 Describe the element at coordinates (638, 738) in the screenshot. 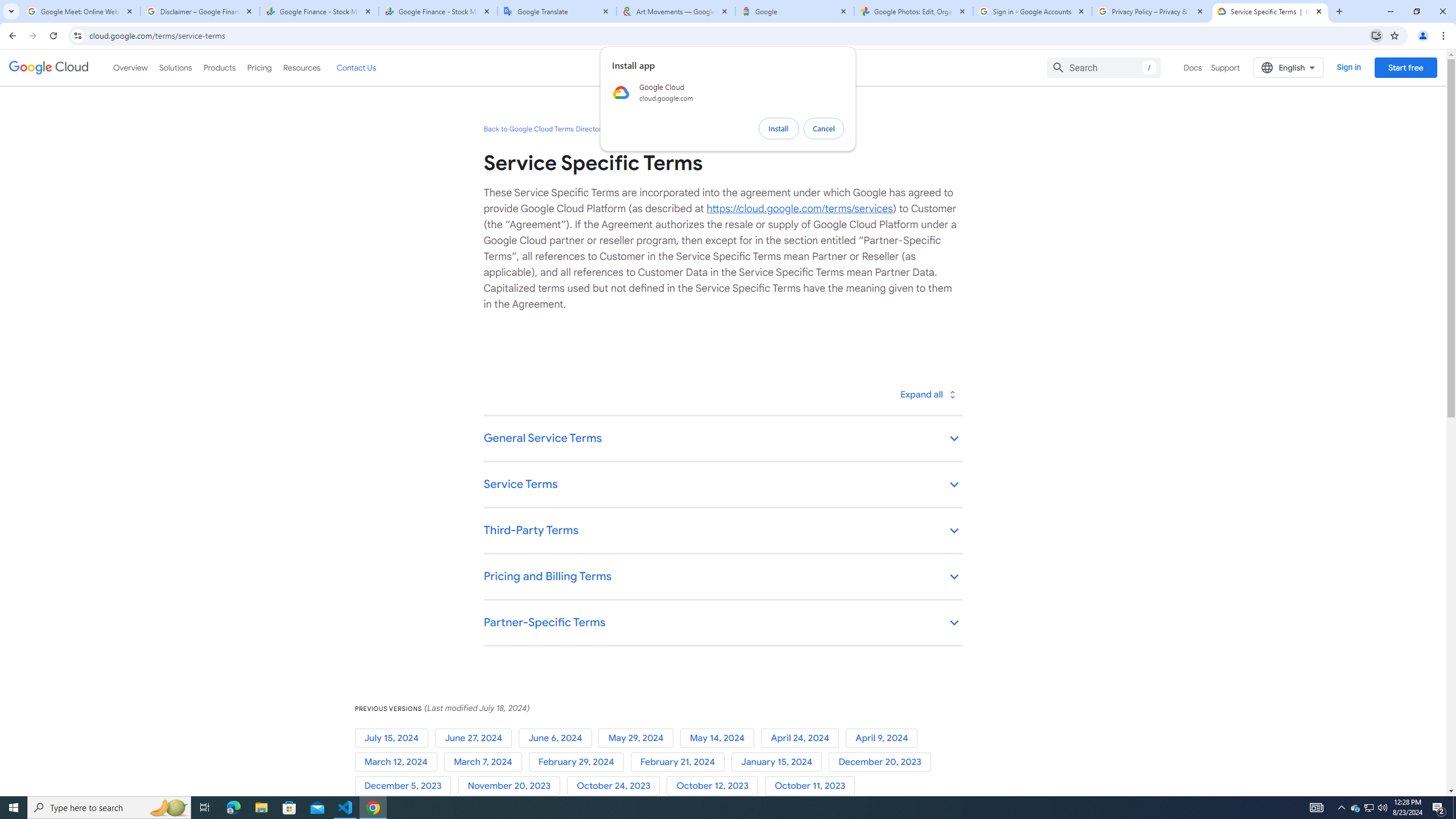

I see `'May 29, 2024'` at that location.